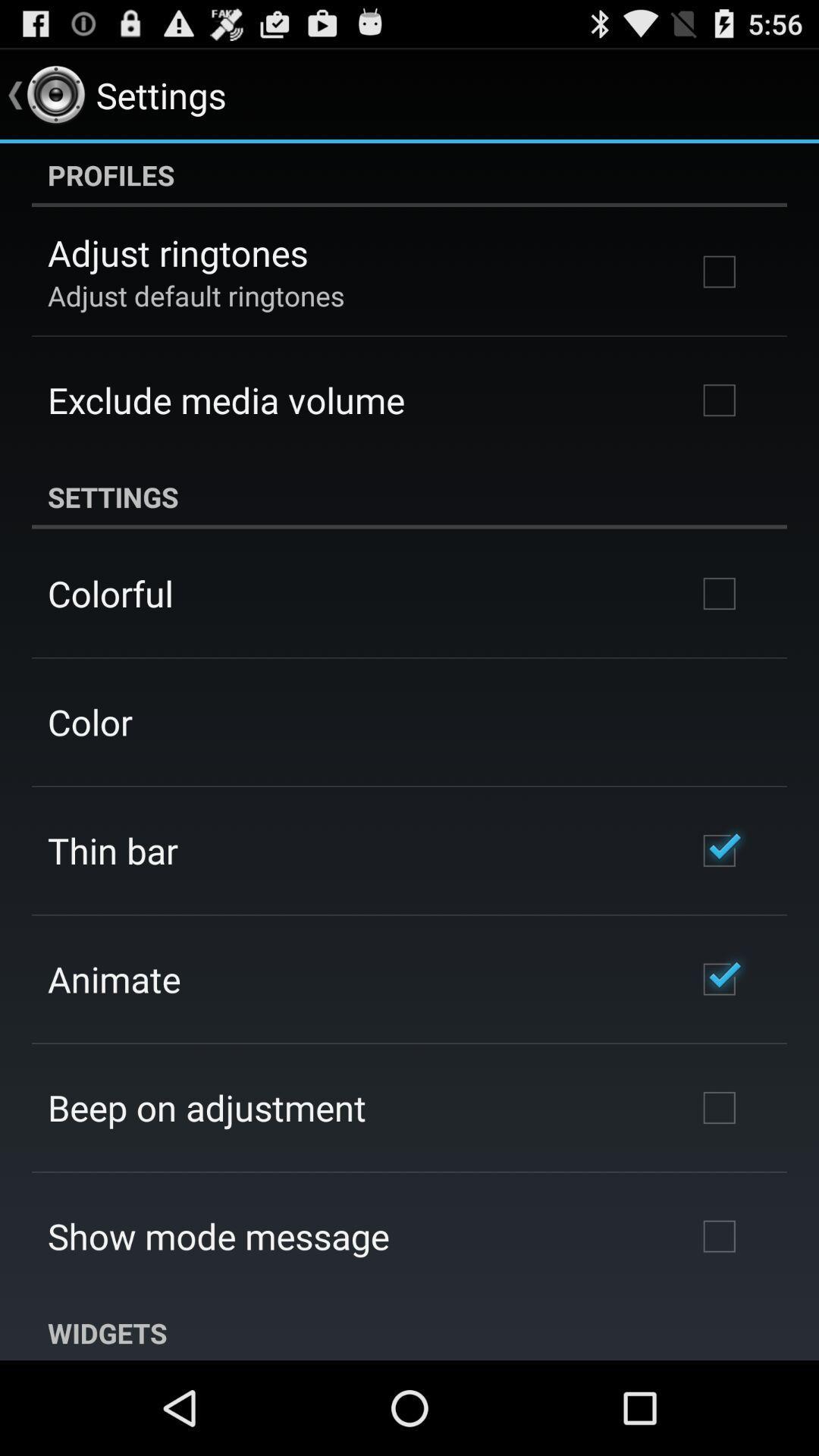  What do you see at coordinates (109, 592) in the screenshot?
I see `app above color` at bounding box center [109, 592].